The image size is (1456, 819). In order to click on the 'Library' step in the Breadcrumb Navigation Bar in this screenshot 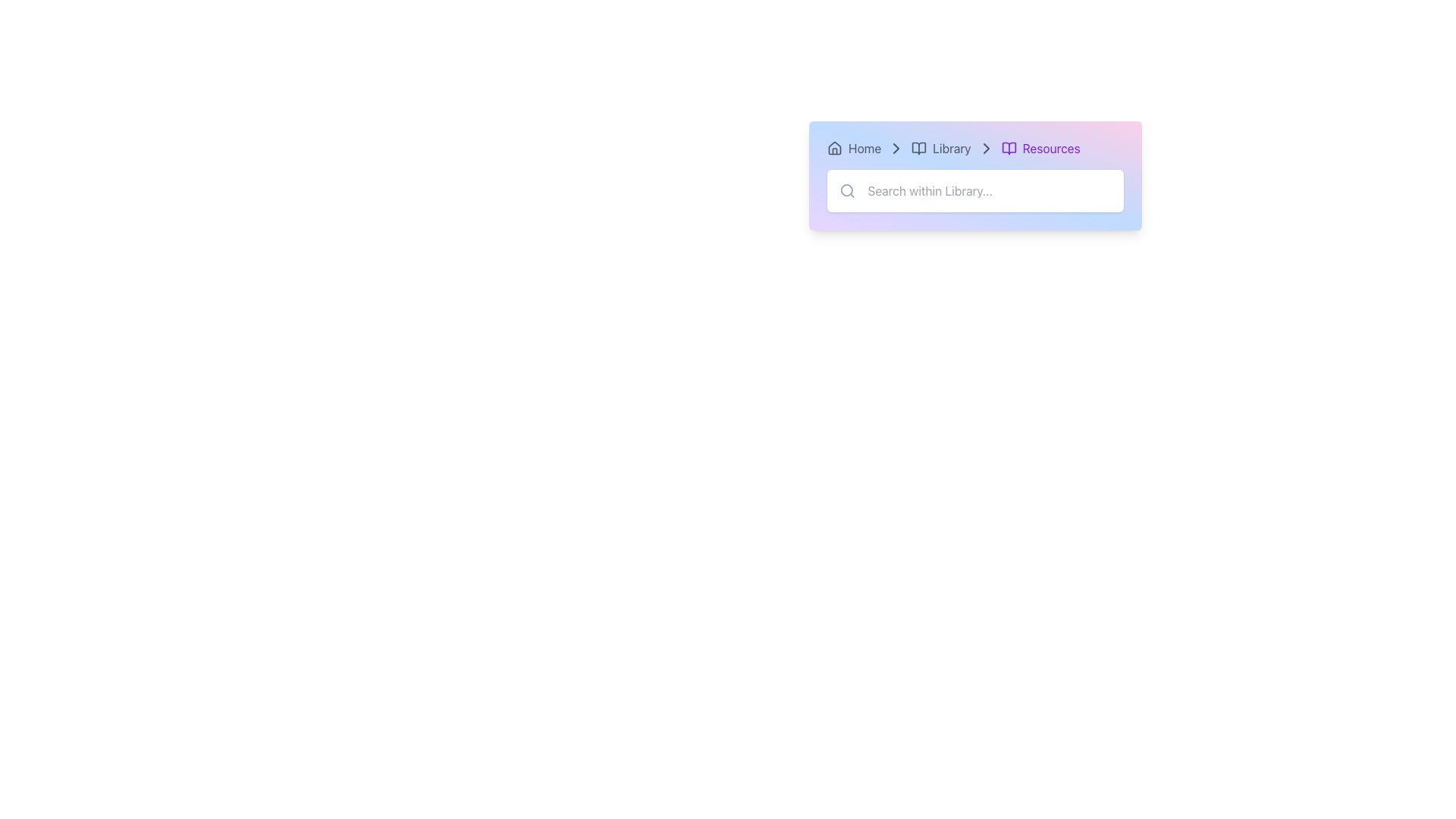, I will do `click(975, 149)`.